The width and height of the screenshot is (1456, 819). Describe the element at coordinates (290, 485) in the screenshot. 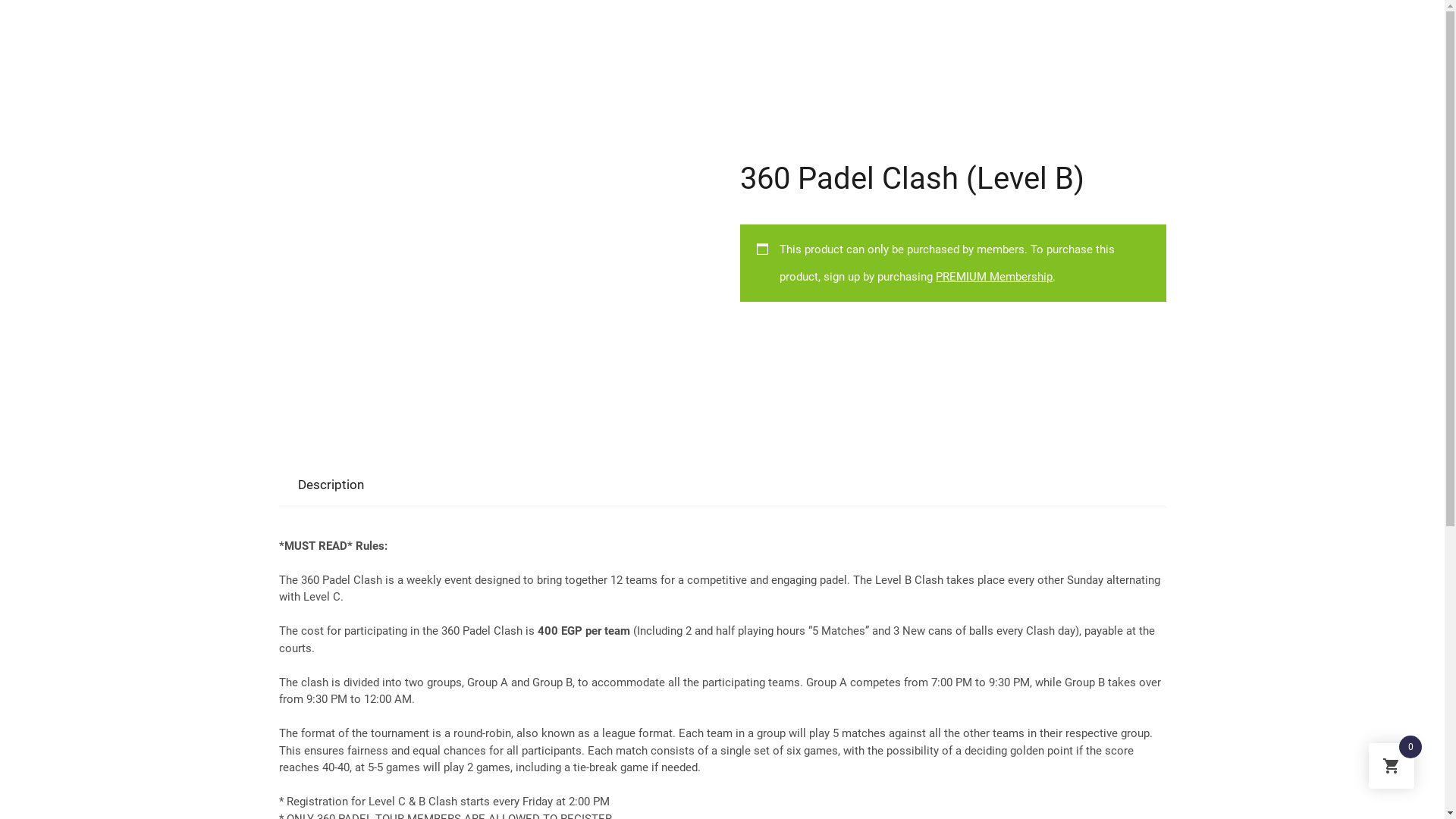

I see `'Description'` at that location.